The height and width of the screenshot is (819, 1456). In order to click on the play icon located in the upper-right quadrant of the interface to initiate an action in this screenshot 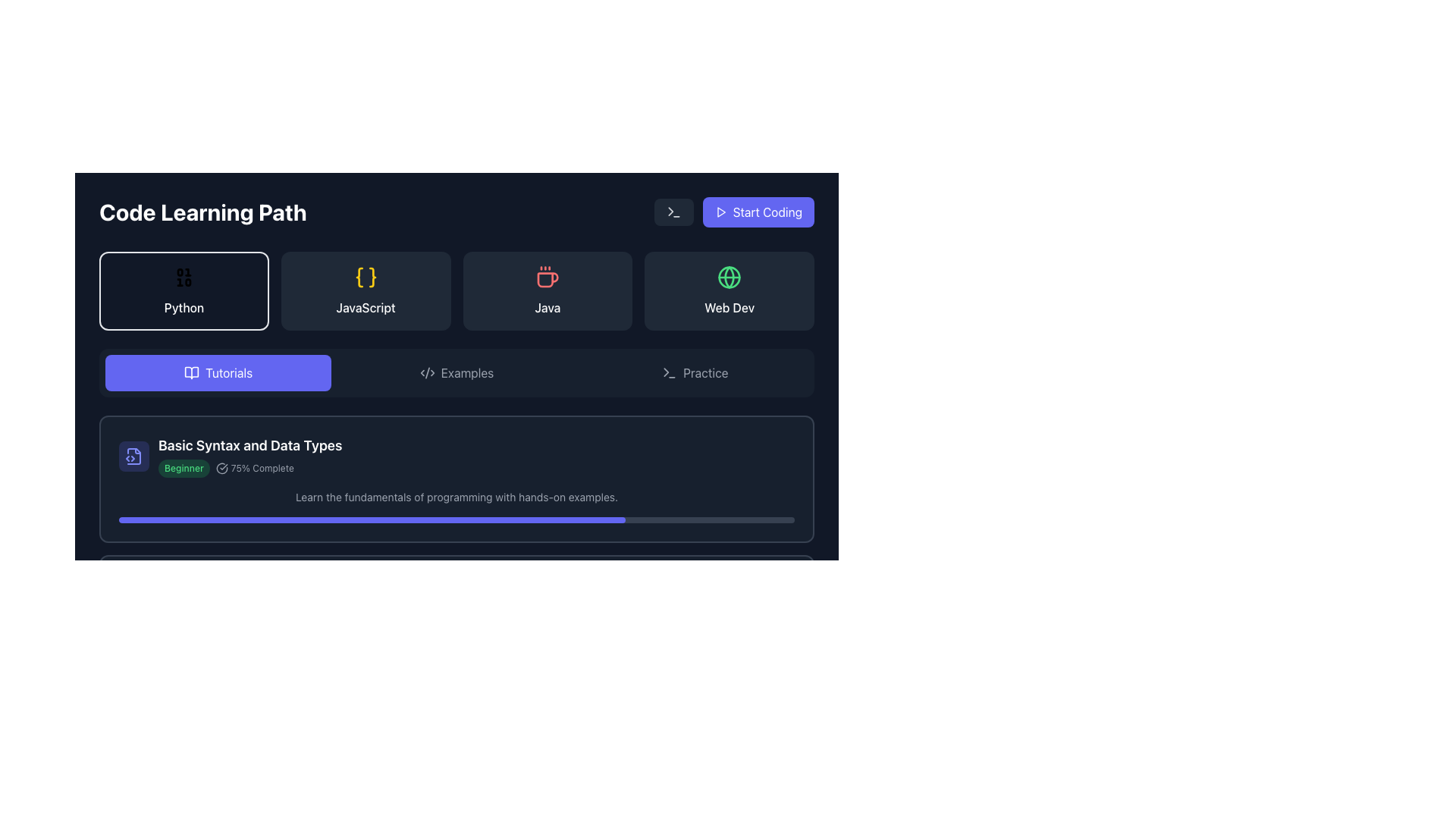, I will do `click(720, 212)`.